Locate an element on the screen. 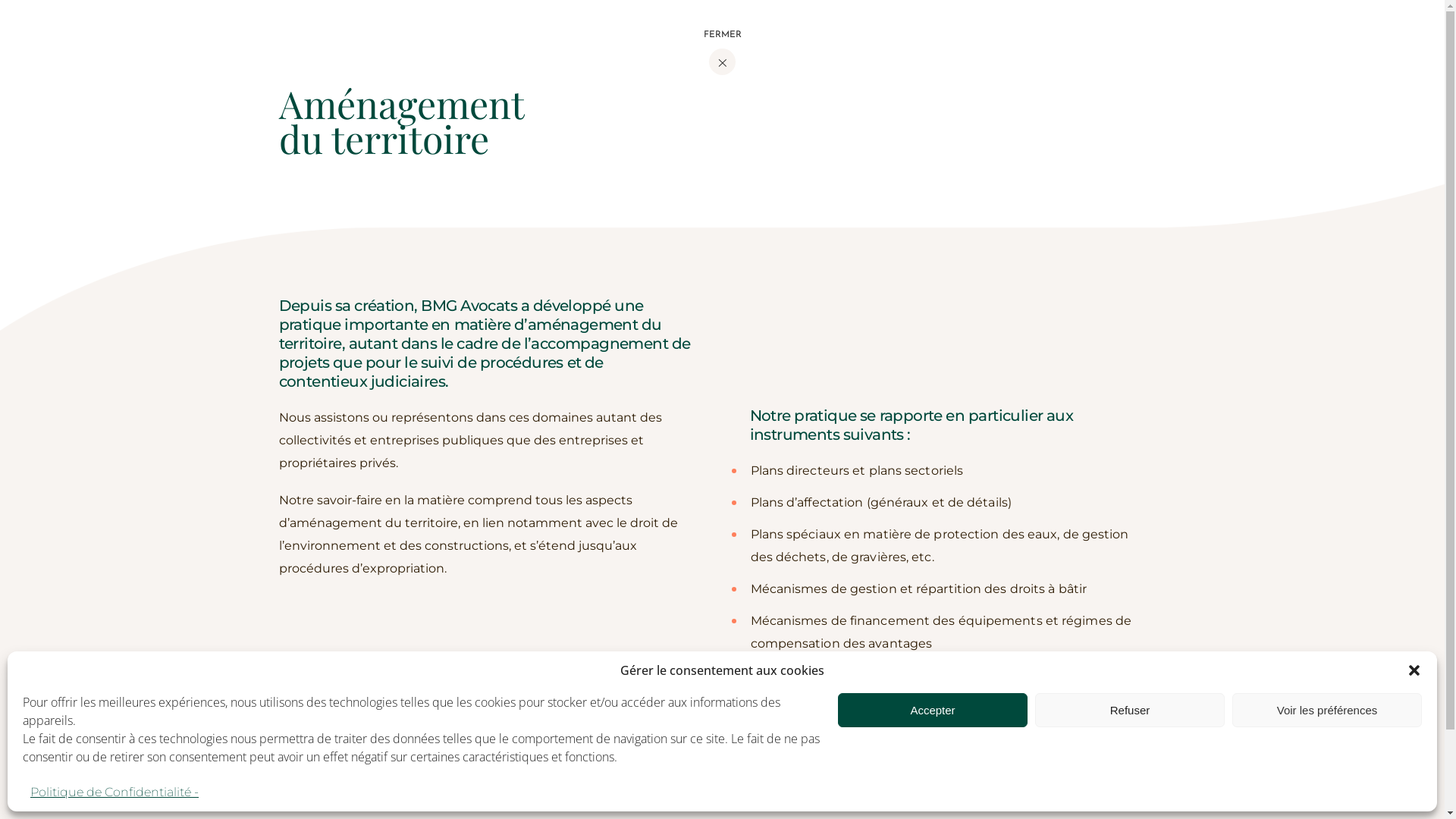 Image resolution: width=1456 pixels, height=819 pixels. 'Accepter' is located at coordinates (931, 710).